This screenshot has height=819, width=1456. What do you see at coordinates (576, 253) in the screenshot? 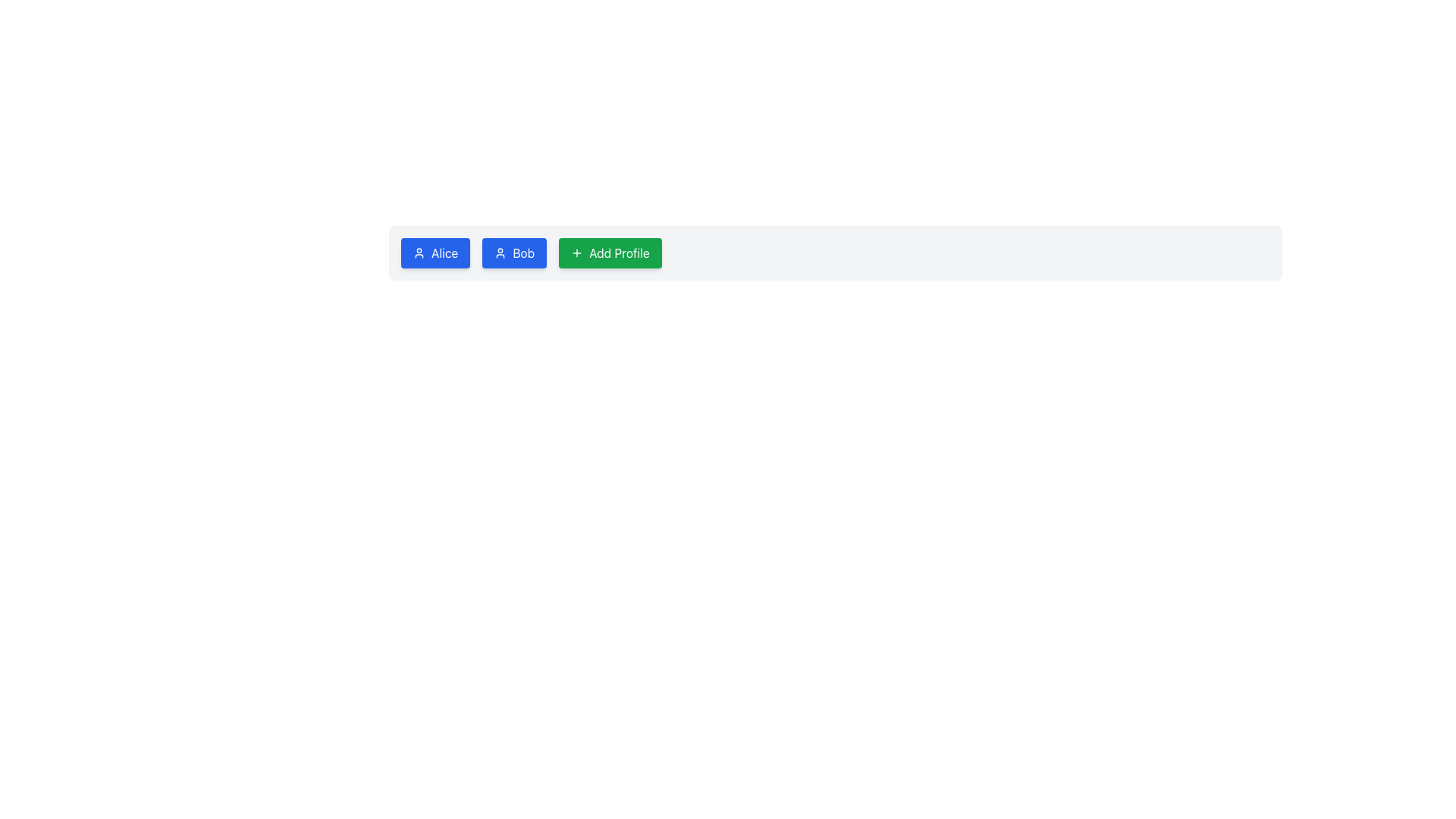
I see `the small green button with a white plus sign inside, which is located at the top-right corner of the 'Add Profile' button` at bounding box center [576, 253].